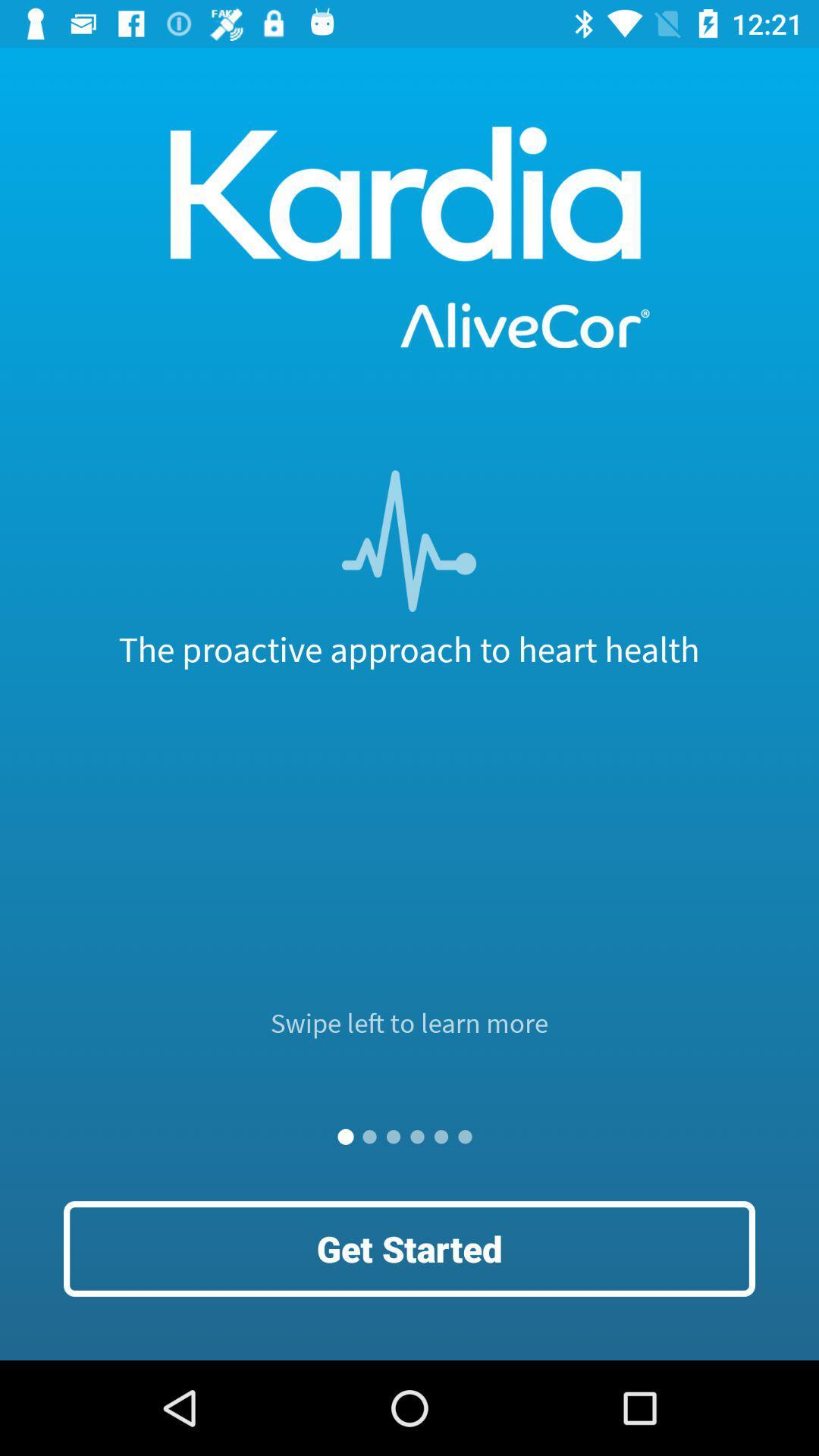  Describe the element at coordinates (409, 1248) in the screenshot. I see `the get started icon` at that location.